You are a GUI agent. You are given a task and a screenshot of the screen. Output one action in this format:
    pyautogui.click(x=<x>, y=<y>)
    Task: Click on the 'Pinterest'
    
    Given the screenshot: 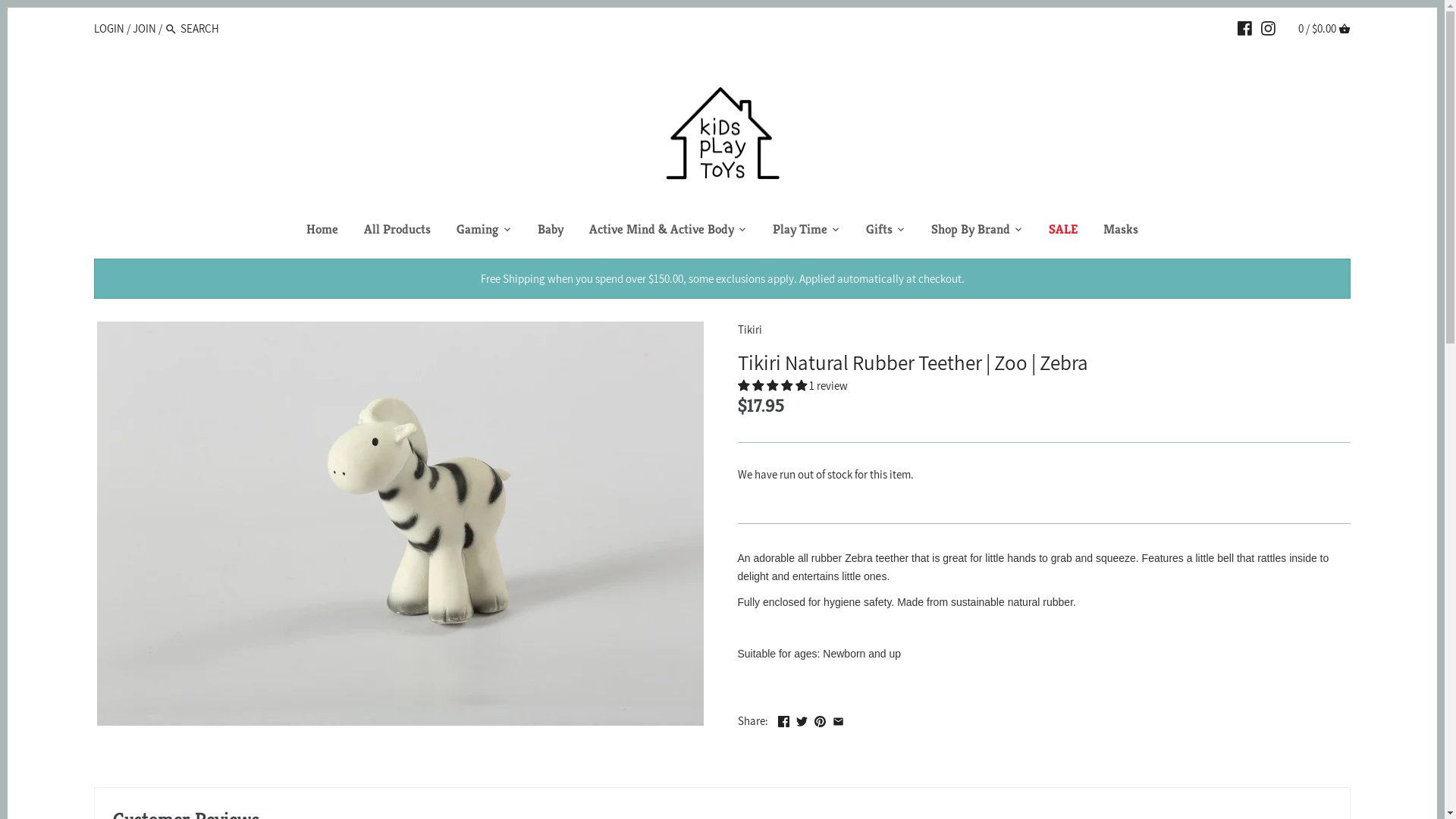 What is the action you would take?
    pyautogui.click(x=819, y=718)
    